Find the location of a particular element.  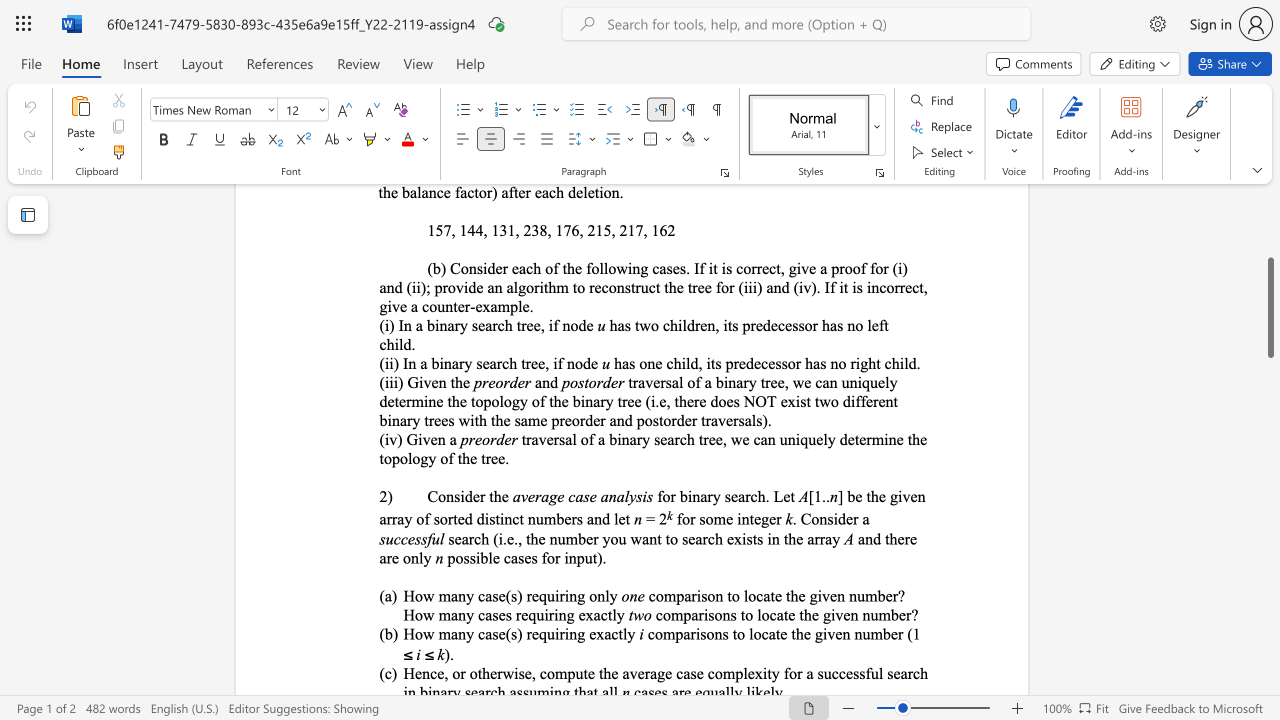

the subset text "der th" within the text "Consider the" is located at coordinates (463, 495).